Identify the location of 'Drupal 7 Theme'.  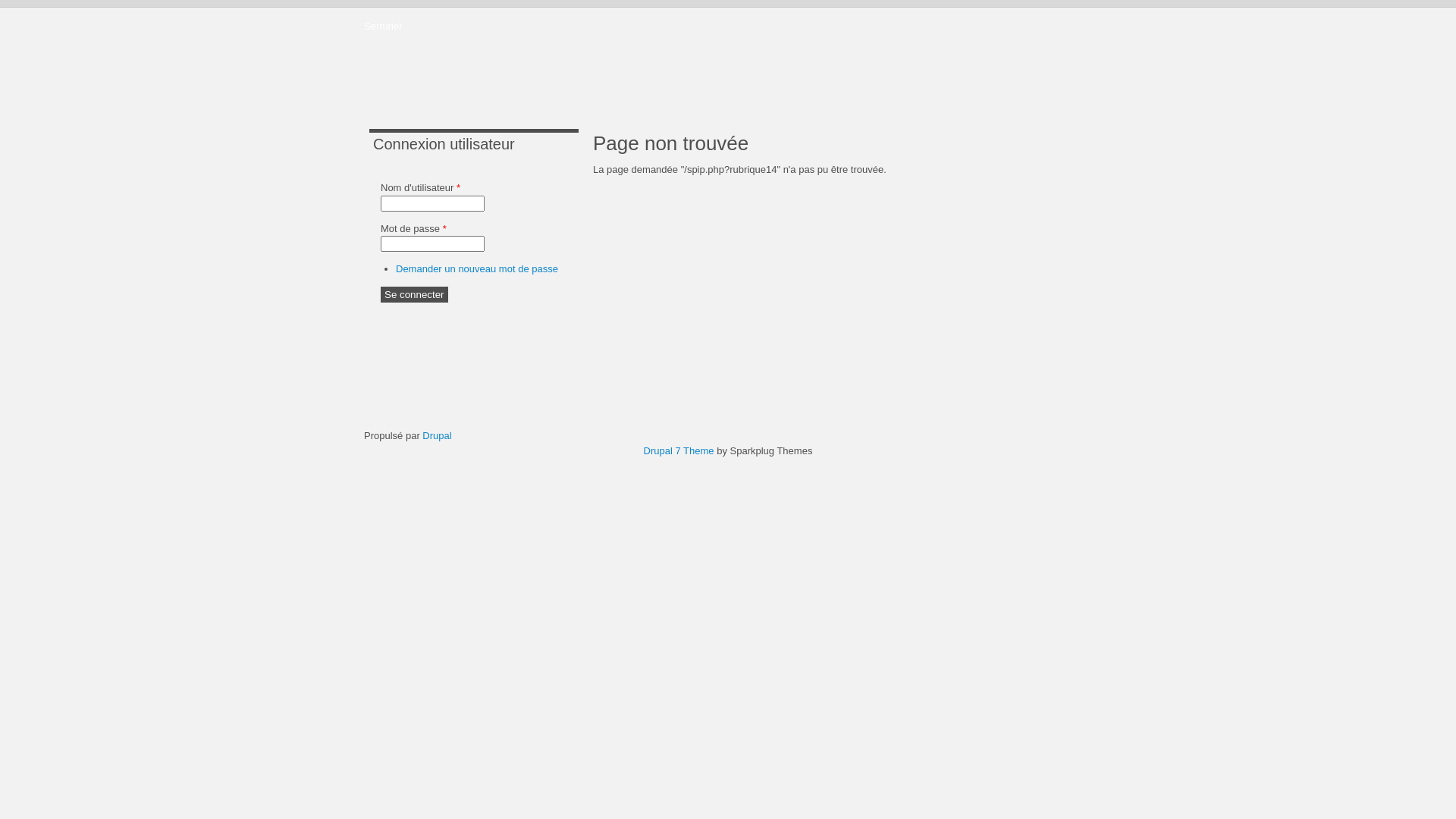
(644, 449).